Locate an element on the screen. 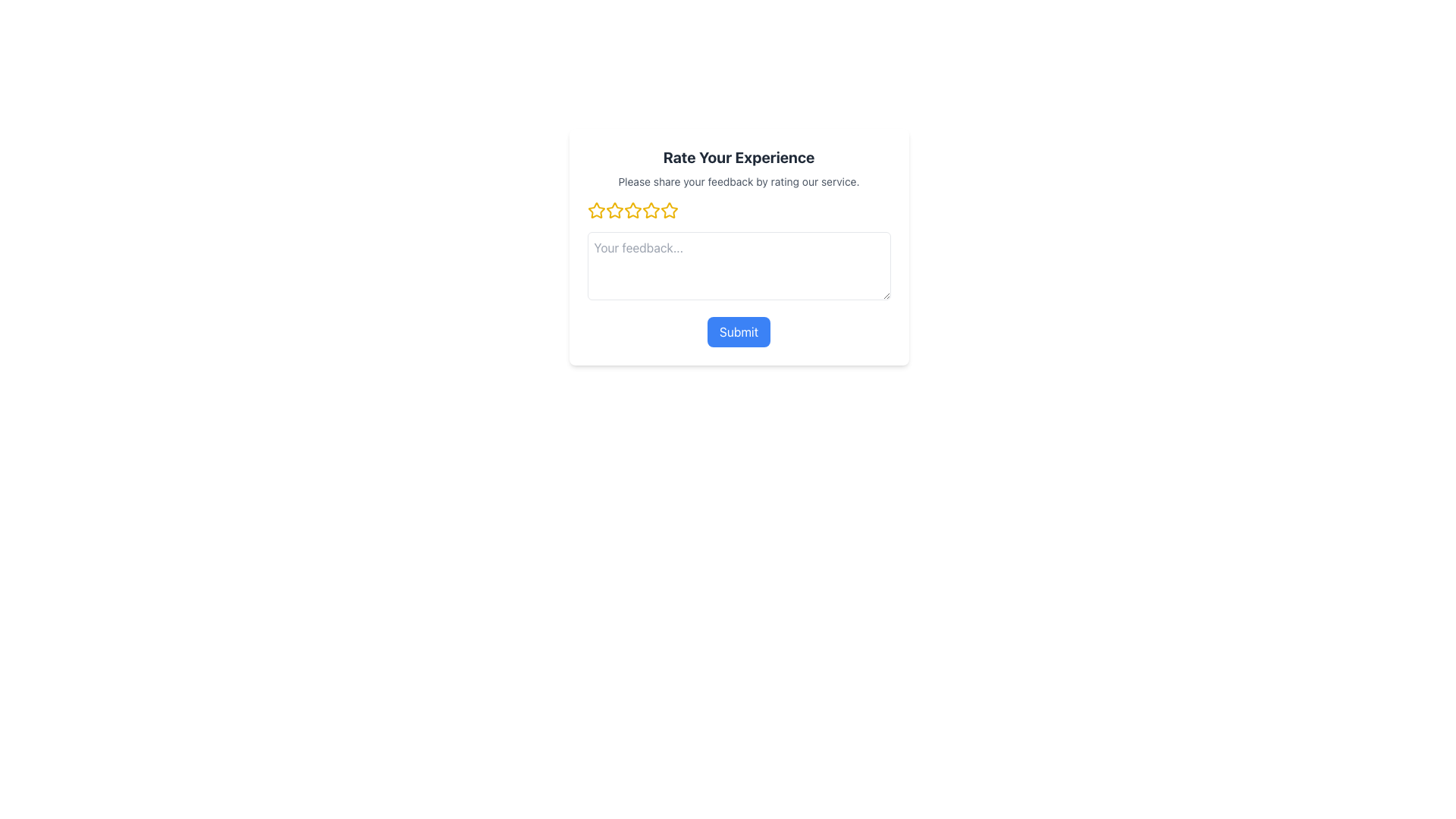  the second star in the 5-star rating scale is located at coordinates (614, 210).